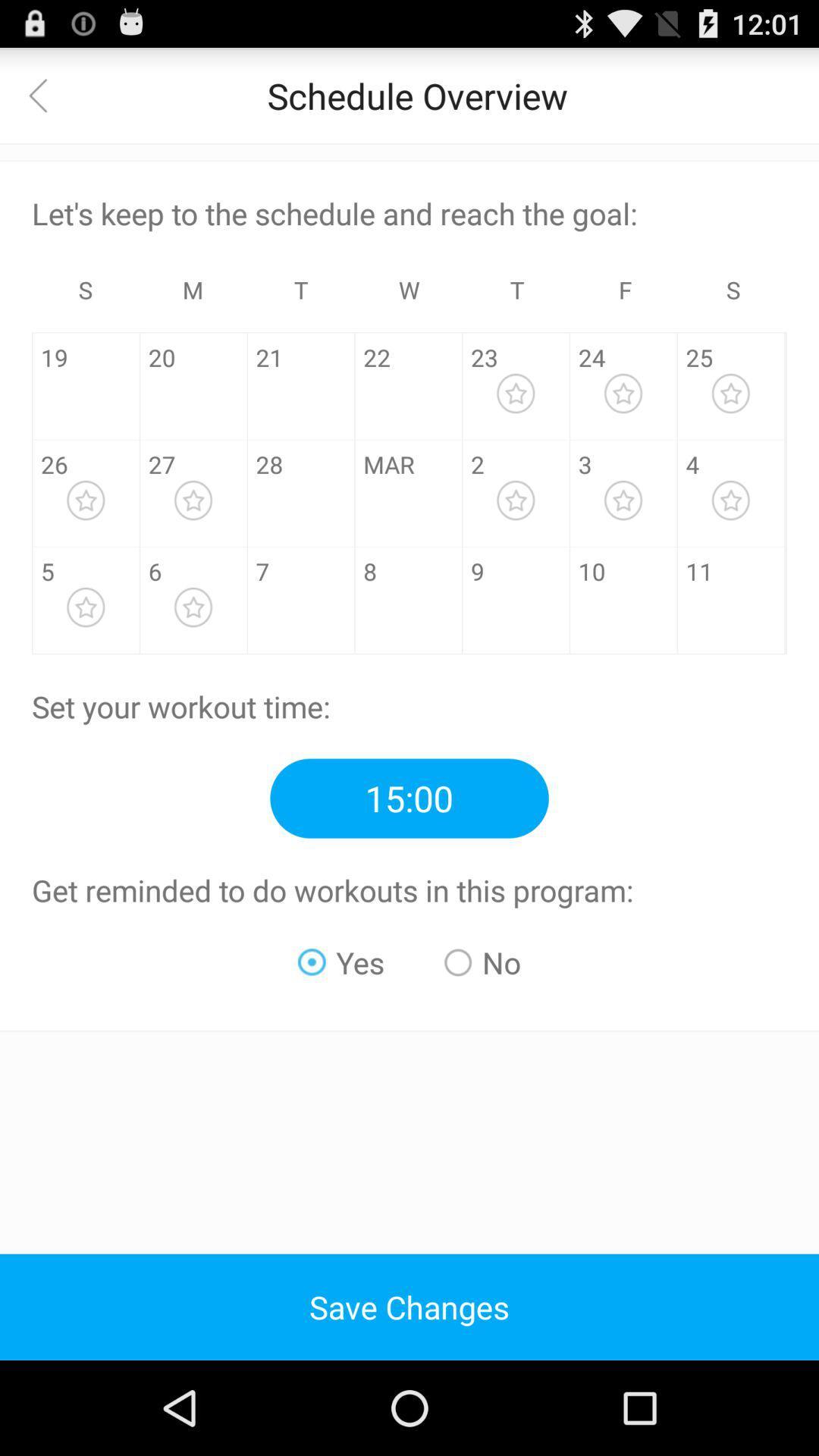 The height and width of the screenshot is (1456, 819). What do you see at coordinates (482, 962) in the screenshot?
I see `no` at bounding box center [482, 962].